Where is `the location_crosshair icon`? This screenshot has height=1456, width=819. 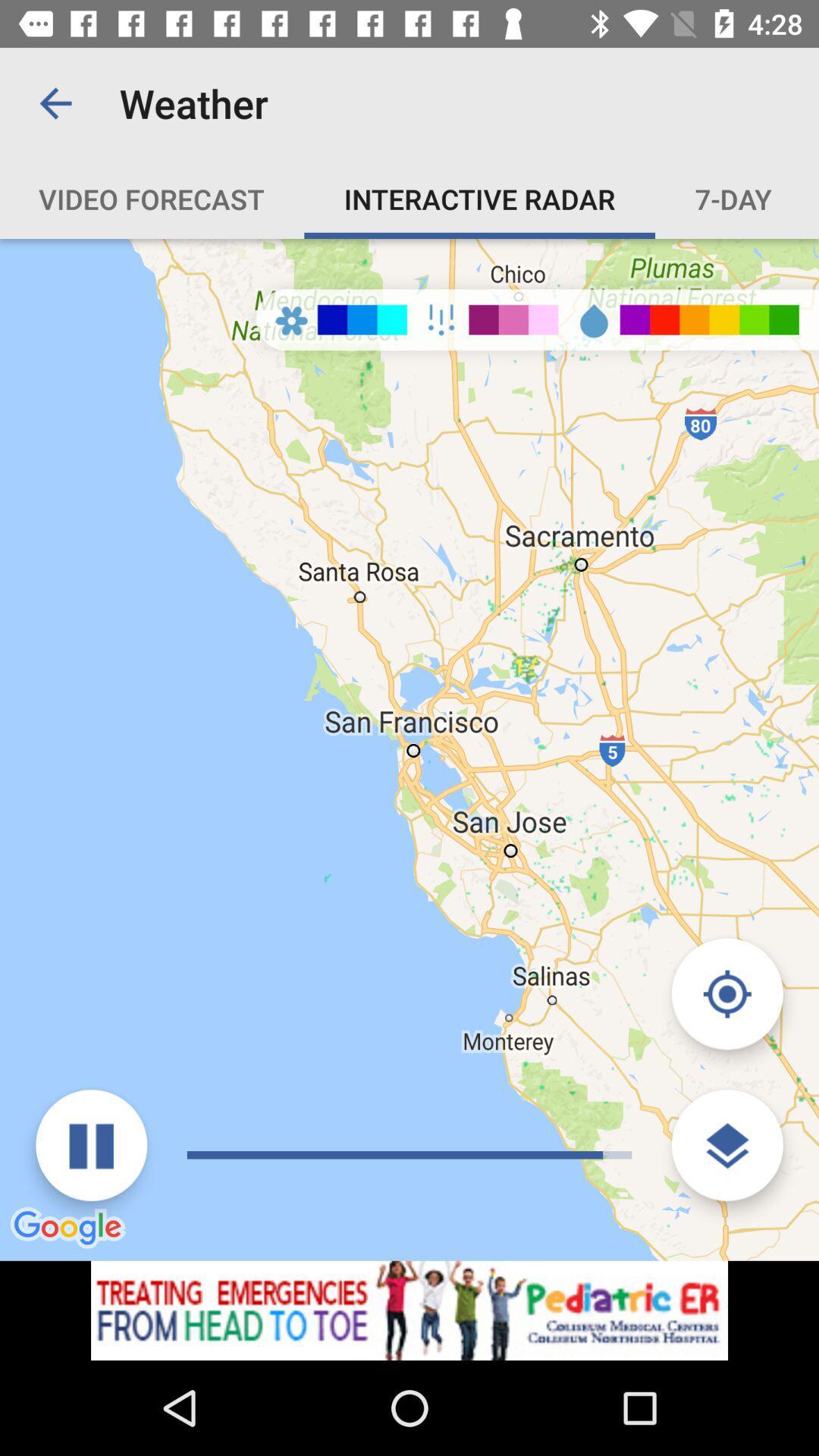 the location_crosshair icon is located at coordinates (726, 993).